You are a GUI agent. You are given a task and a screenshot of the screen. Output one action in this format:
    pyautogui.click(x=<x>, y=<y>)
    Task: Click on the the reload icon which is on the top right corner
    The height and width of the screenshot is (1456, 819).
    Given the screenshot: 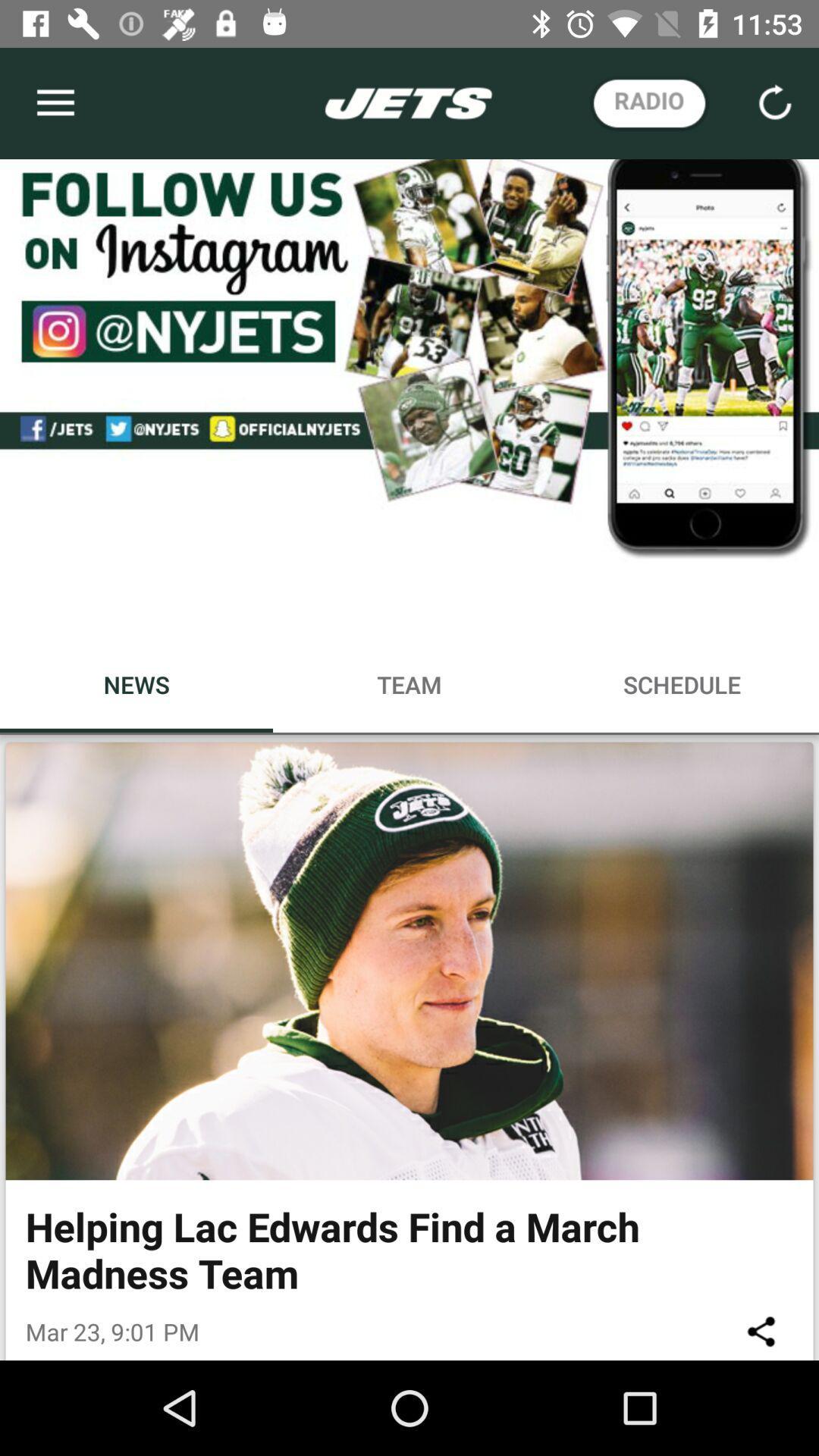 What is the action you would take?
    pyautogui.click(x=775, y=103)
    